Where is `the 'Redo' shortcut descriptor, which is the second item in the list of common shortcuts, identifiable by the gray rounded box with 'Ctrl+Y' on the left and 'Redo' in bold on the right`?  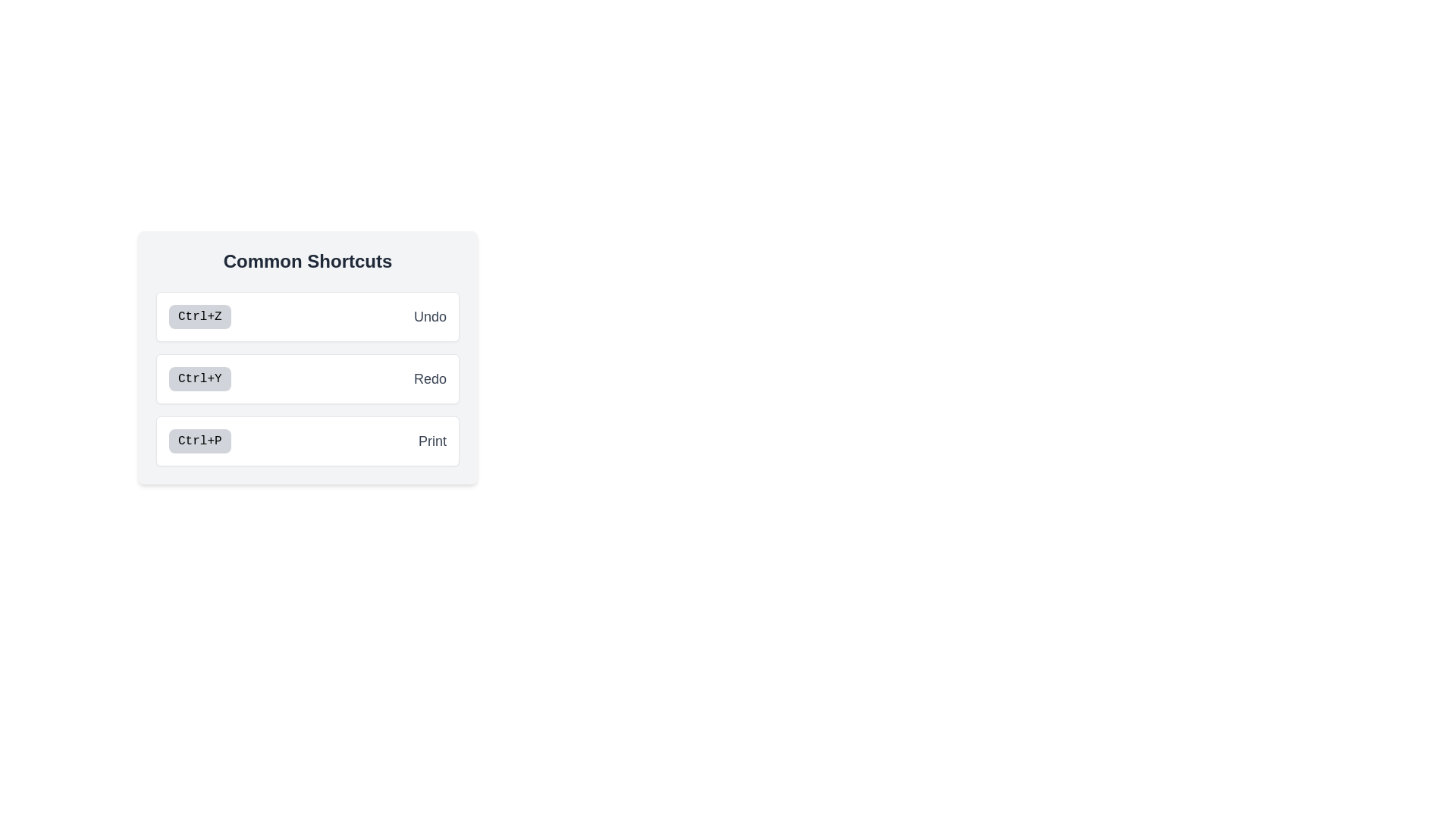
the 'Redo' shortcut descriptor, which is the second item in the list of common shortcuts, identifiable by the gray rounded box with 'Ctrl+Y' on the left and 'Redo' in bold on the right is located at coordinates (307, 378).